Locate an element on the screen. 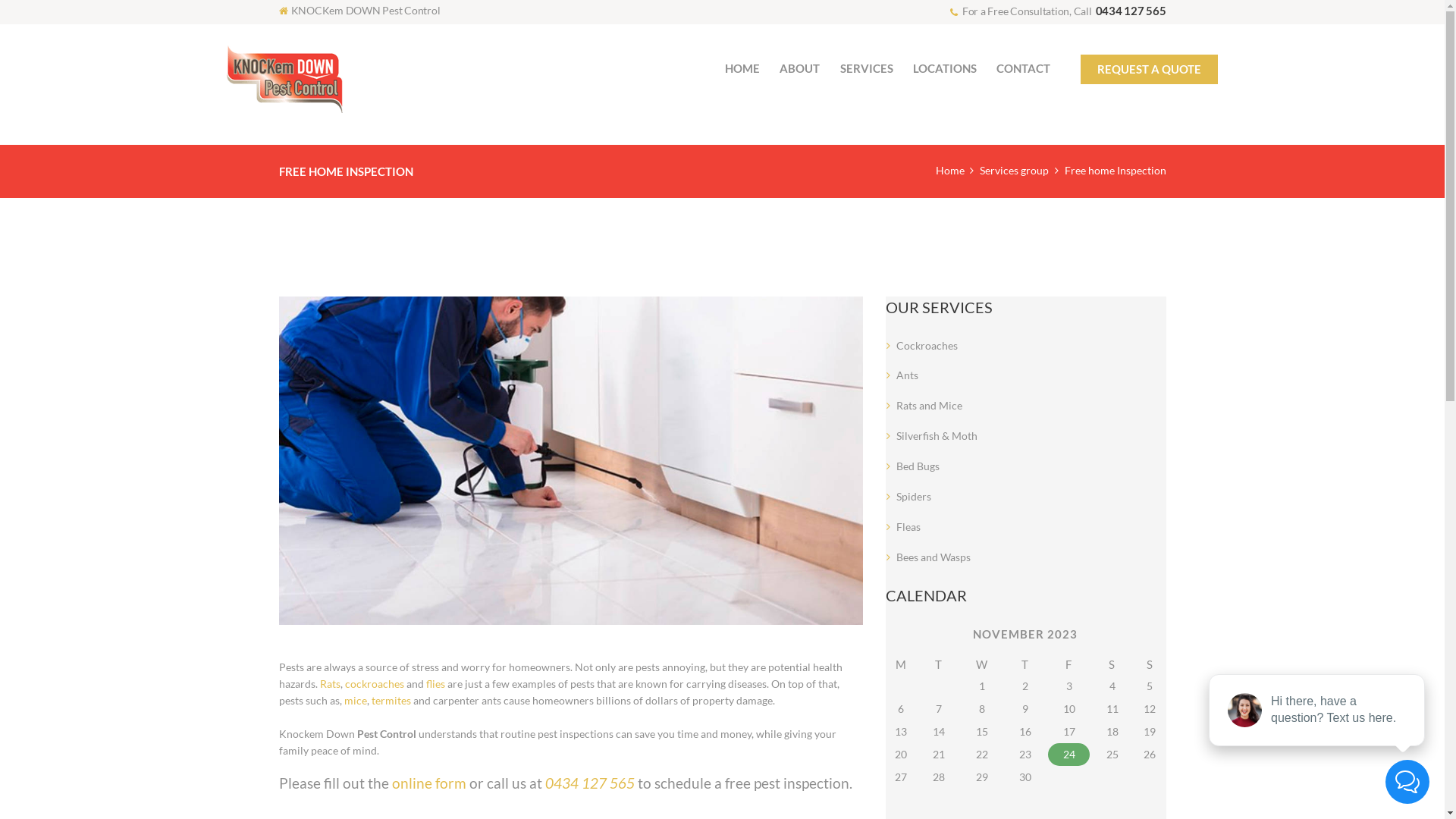  'HOME' is located at coordinates (742, 68).